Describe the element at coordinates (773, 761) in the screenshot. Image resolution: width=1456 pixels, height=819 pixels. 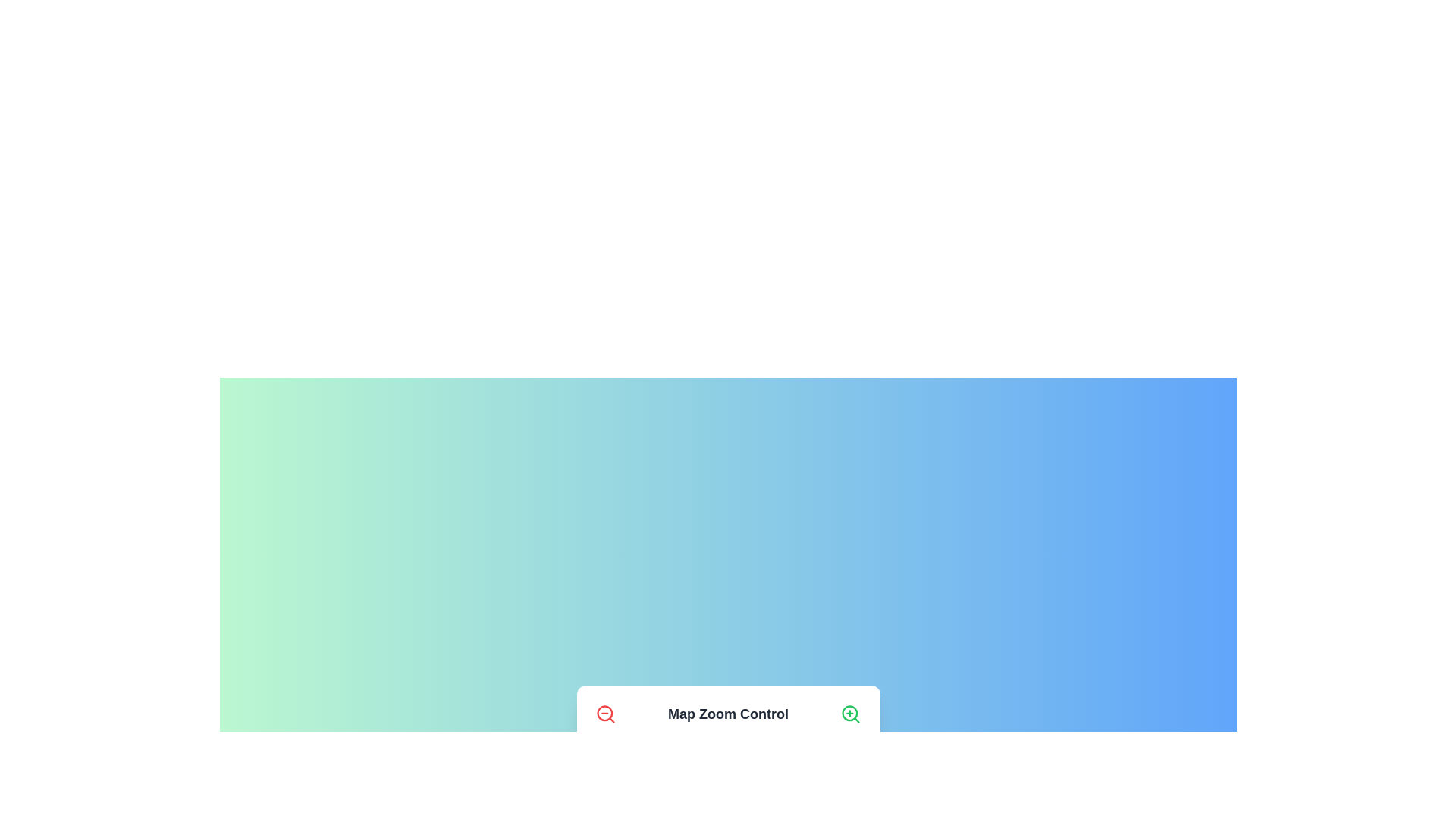
I see `the zoom level to 7 to observe the effect on the map pin representation` at that location.